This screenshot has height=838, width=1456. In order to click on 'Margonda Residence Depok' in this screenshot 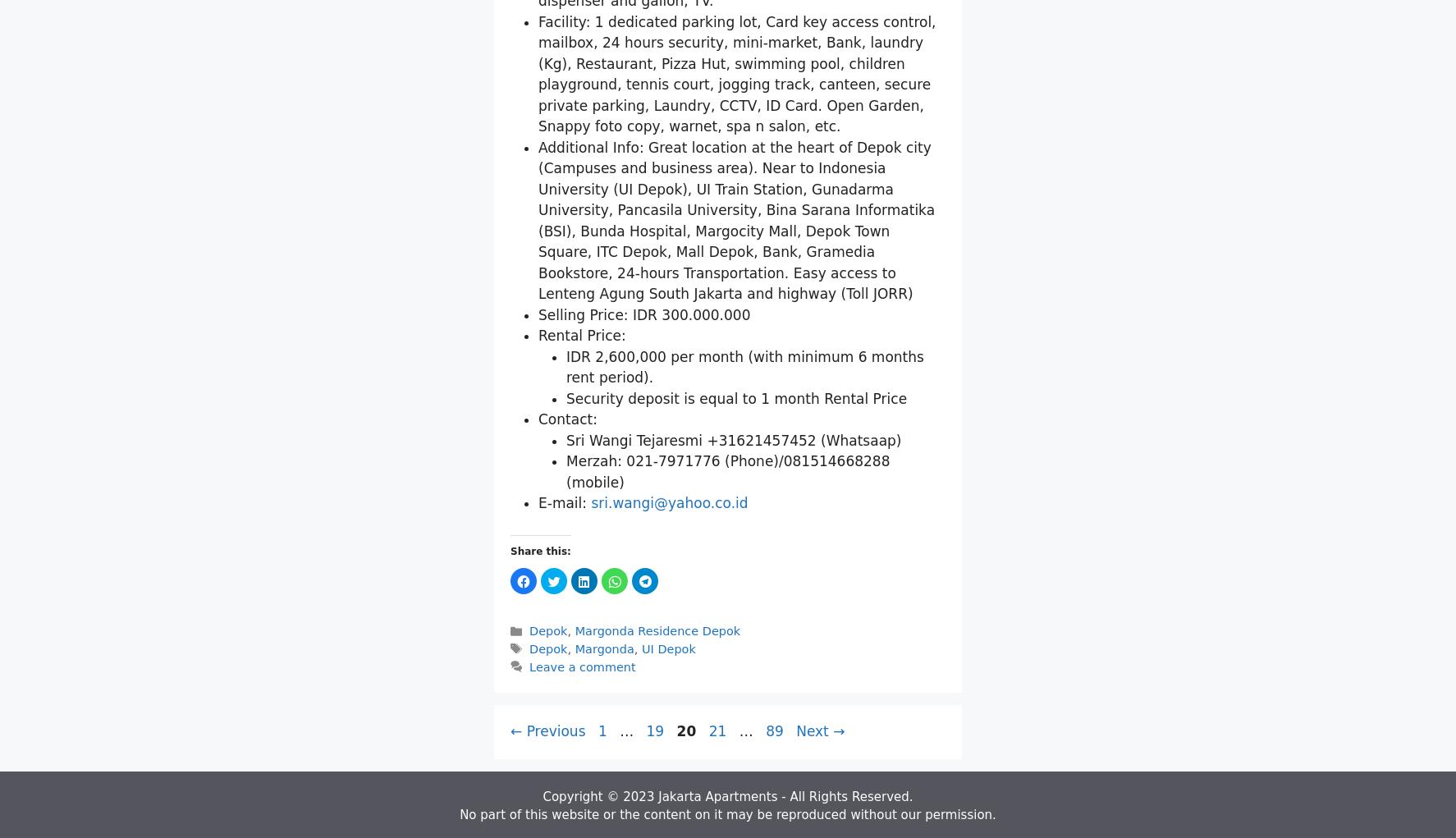, I will do `click(657, 822)`.